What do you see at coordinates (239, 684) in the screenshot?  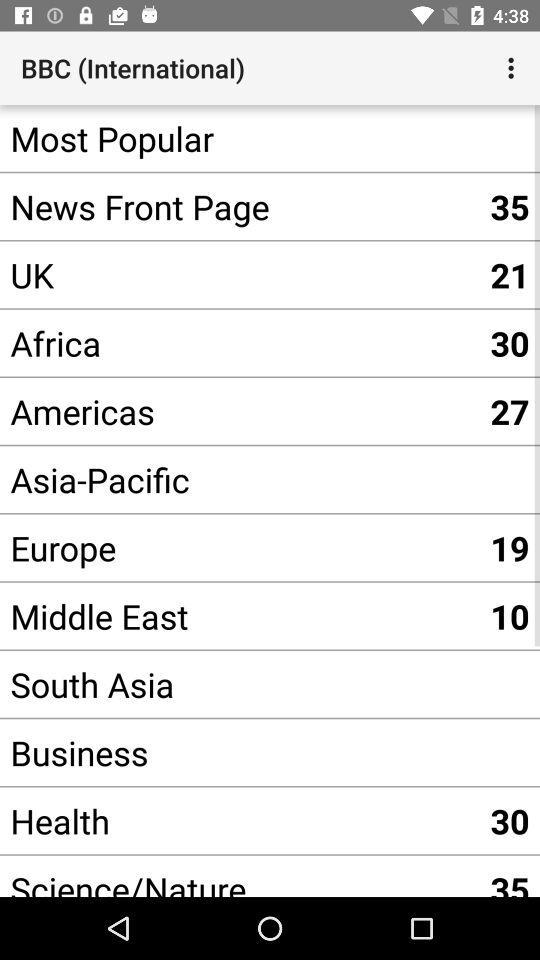 I see `the south asia app` at bounding box center [239, 684].